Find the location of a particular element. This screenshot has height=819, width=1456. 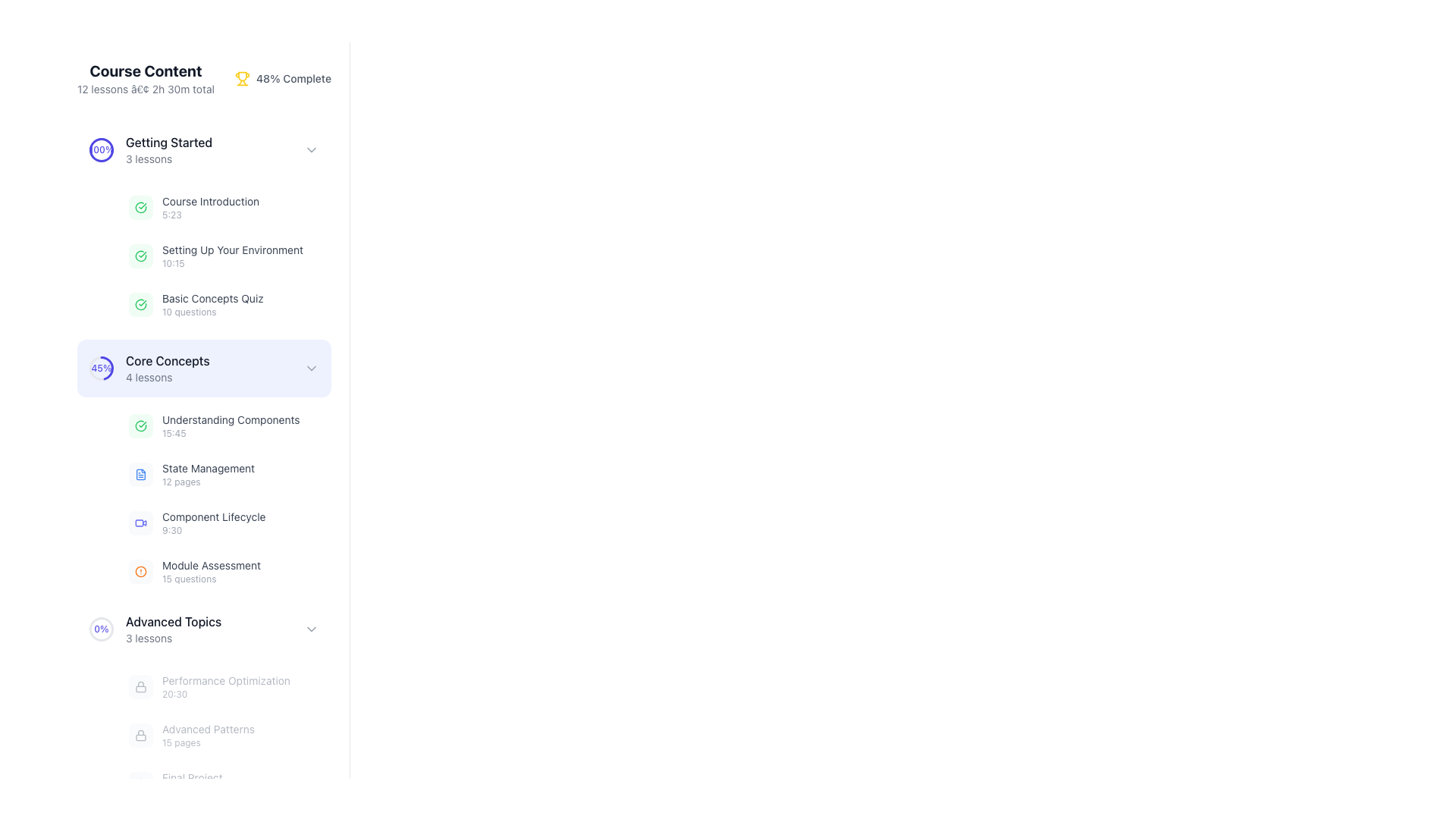

the first lesson overview item in the 'Getting Started' section of the course navigation panel is located at coordinates (193, 207).